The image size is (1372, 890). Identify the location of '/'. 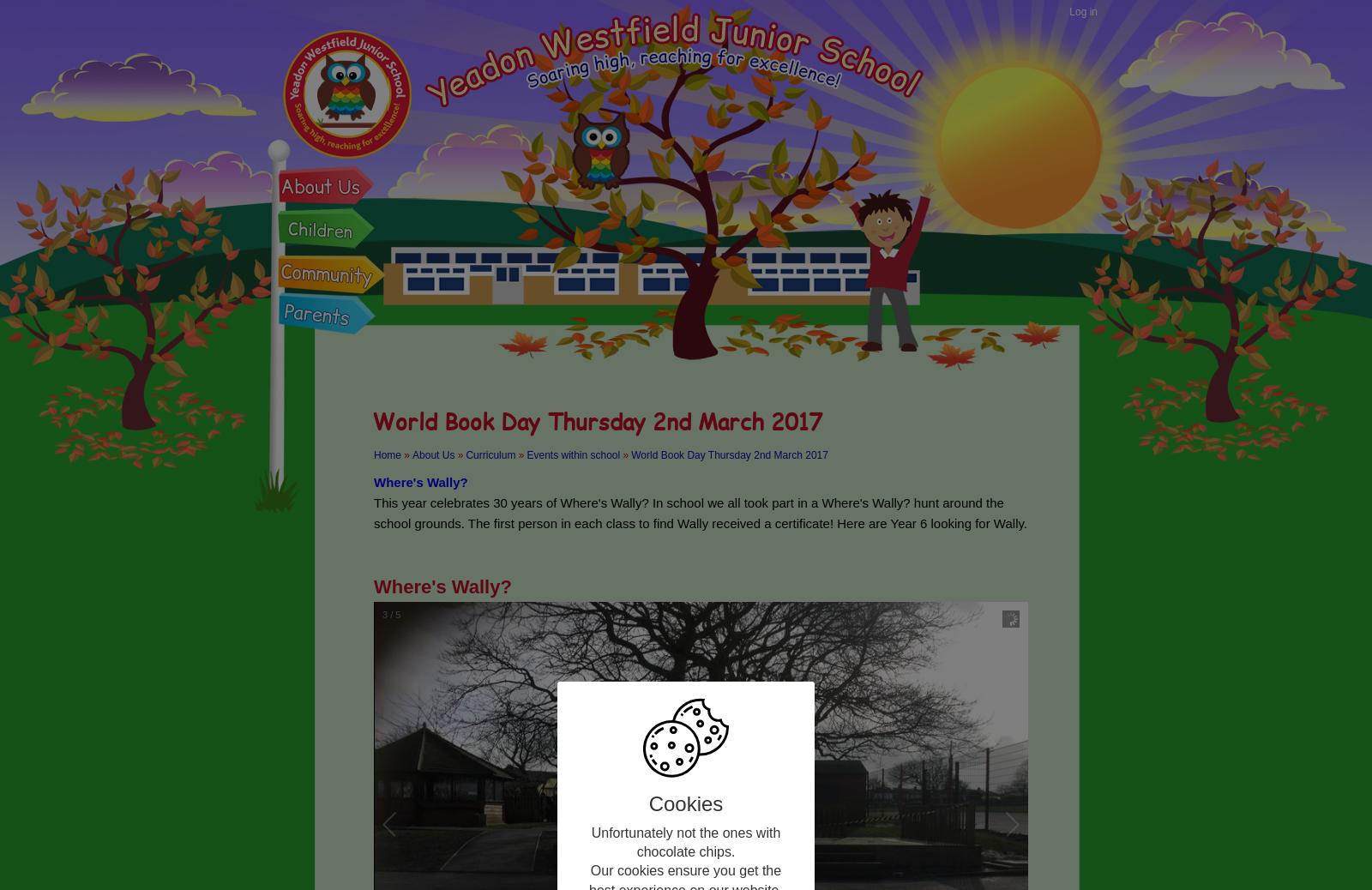
(390, 614).